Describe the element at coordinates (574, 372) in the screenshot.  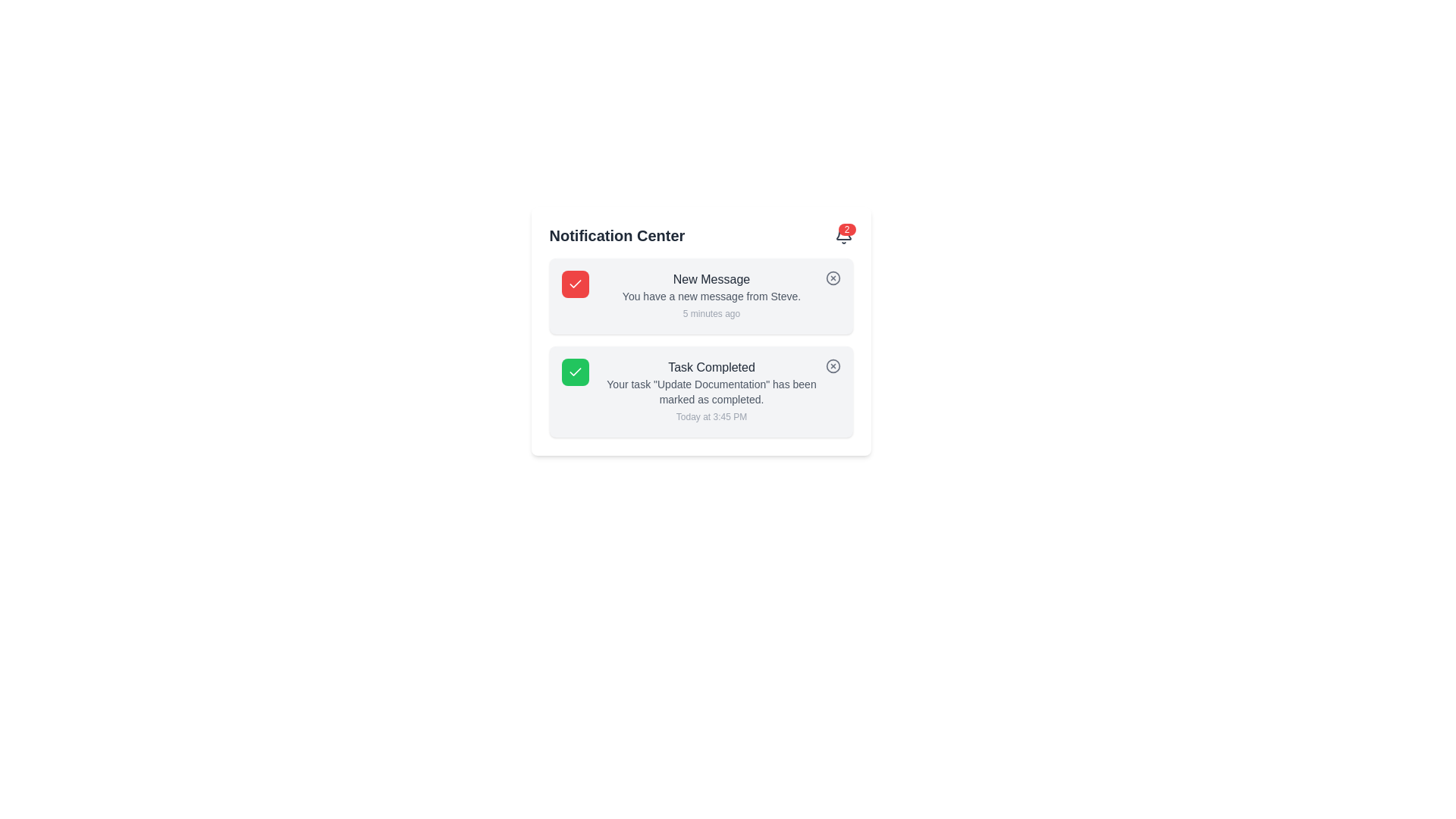
I see `the green circular icon with a white checkmark in the second notification box indicating 'Task Completed'` at that location.